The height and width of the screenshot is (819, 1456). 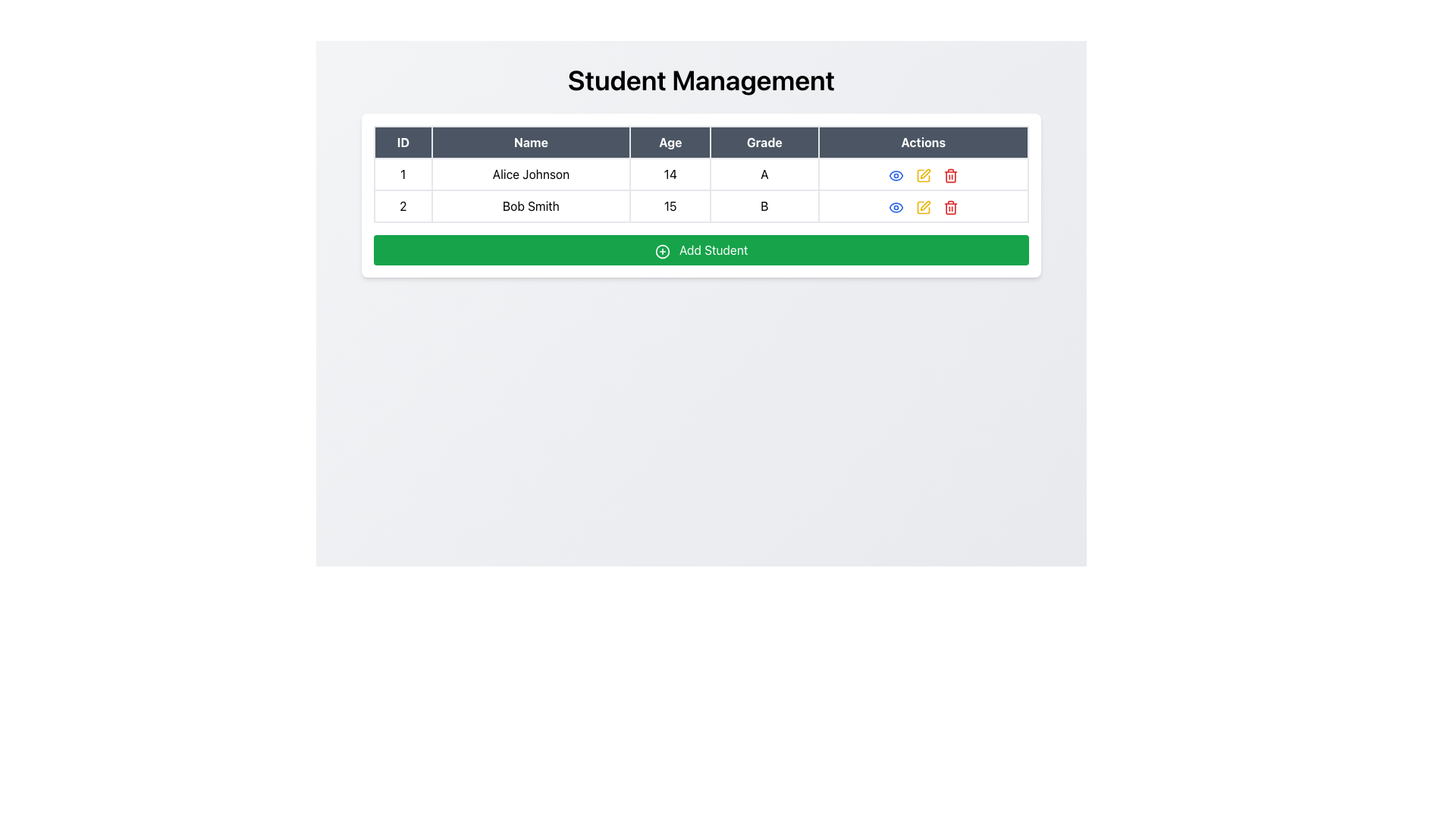 I want to click on the text label displaying '14' in bold within the table cell under the 'Age' column, so click(x=670, y=174).